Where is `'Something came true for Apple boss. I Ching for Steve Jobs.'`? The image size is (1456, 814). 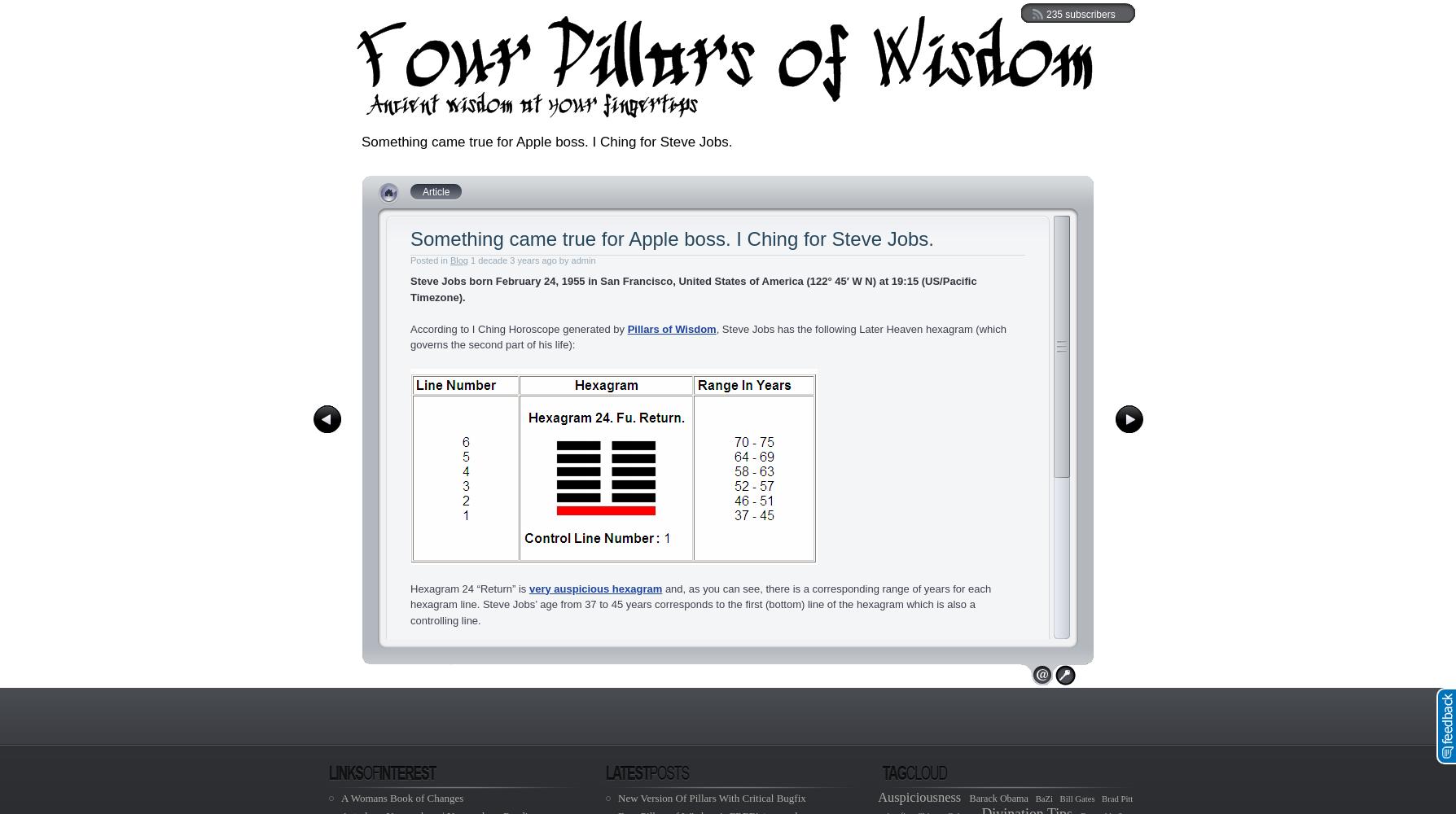
'Something came true for Apple boss. I Ching for Steve Jobs.' is located at coordinates (546, 142).